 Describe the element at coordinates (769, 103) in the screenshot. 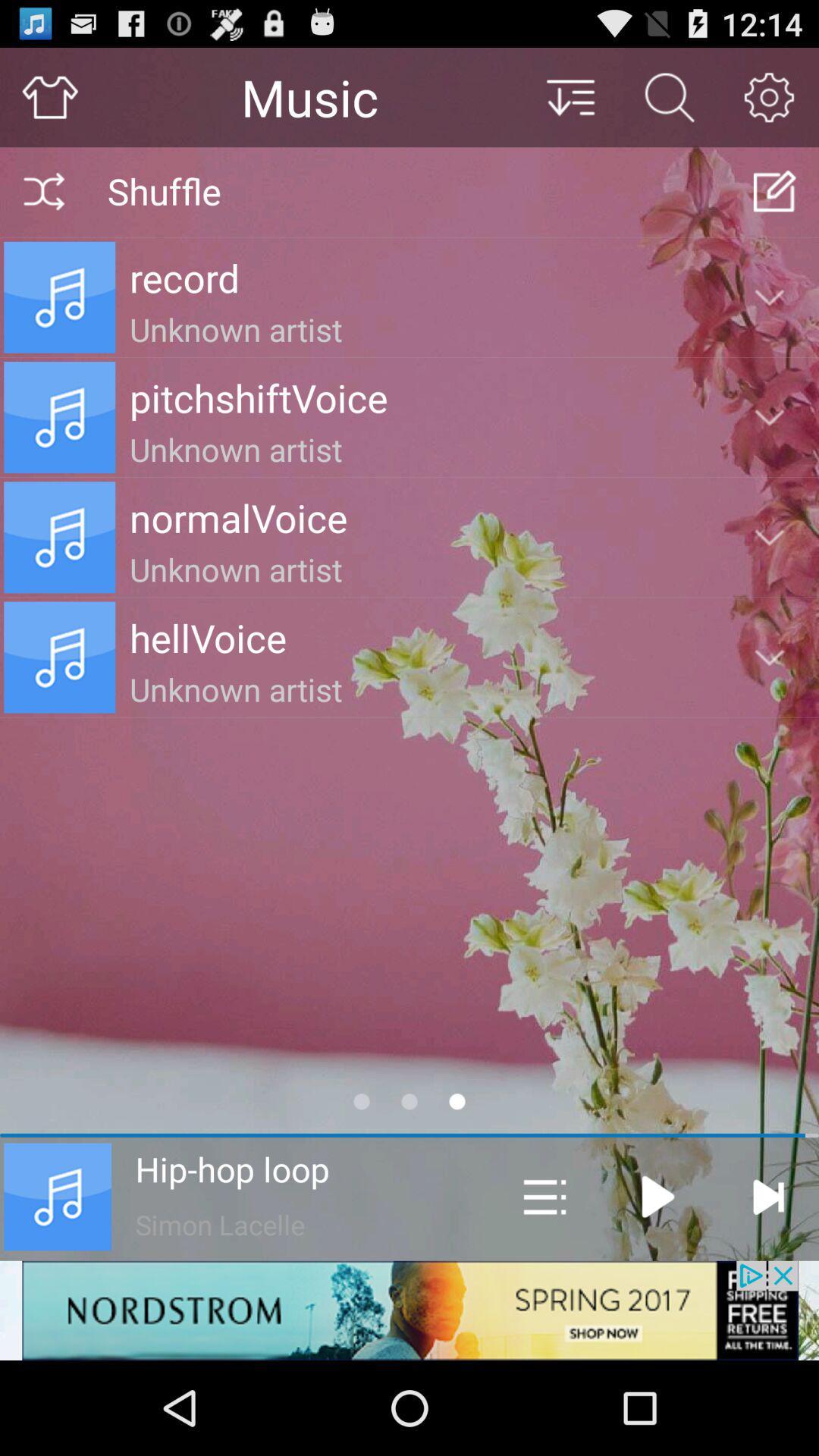

I see `the settings icon` at that location.